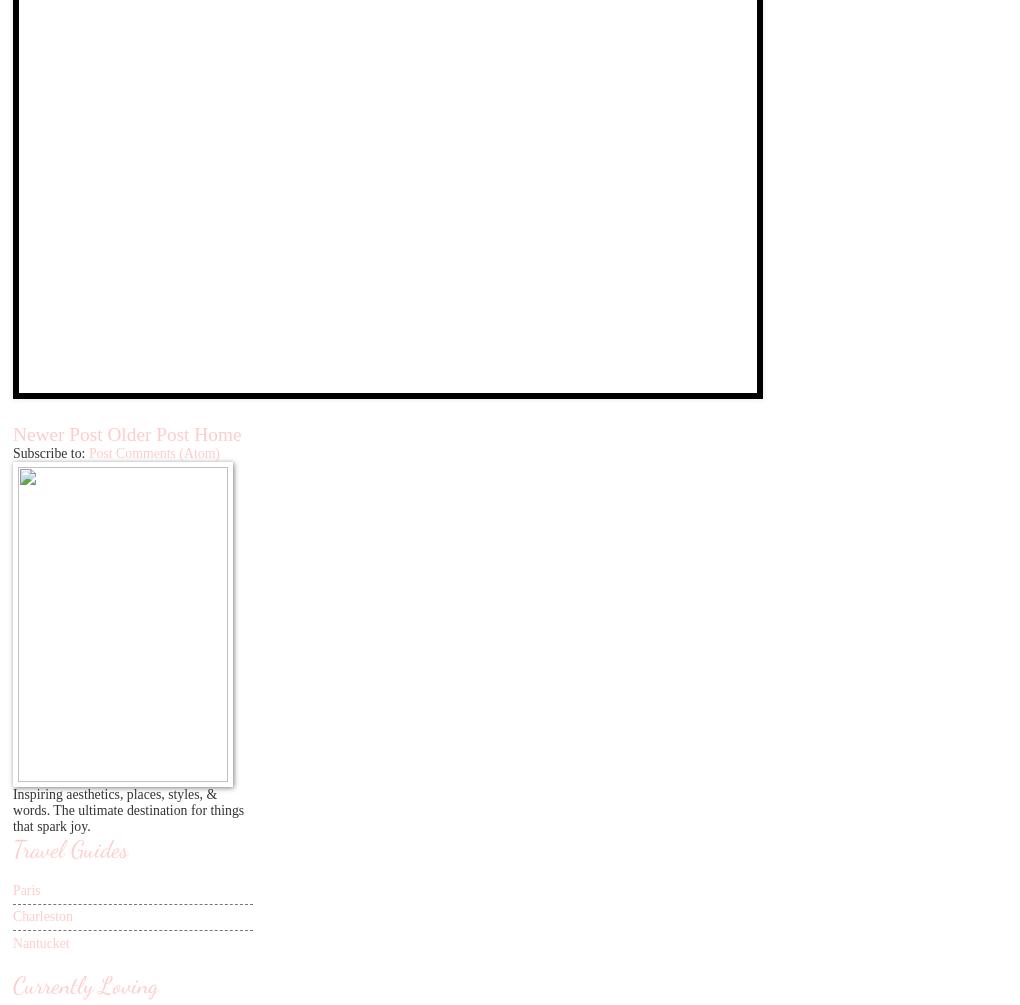  What do you see at coordinates (11, 434) in the screenshot?
I see `'Newer Post'` at bounding box center [11, 434].